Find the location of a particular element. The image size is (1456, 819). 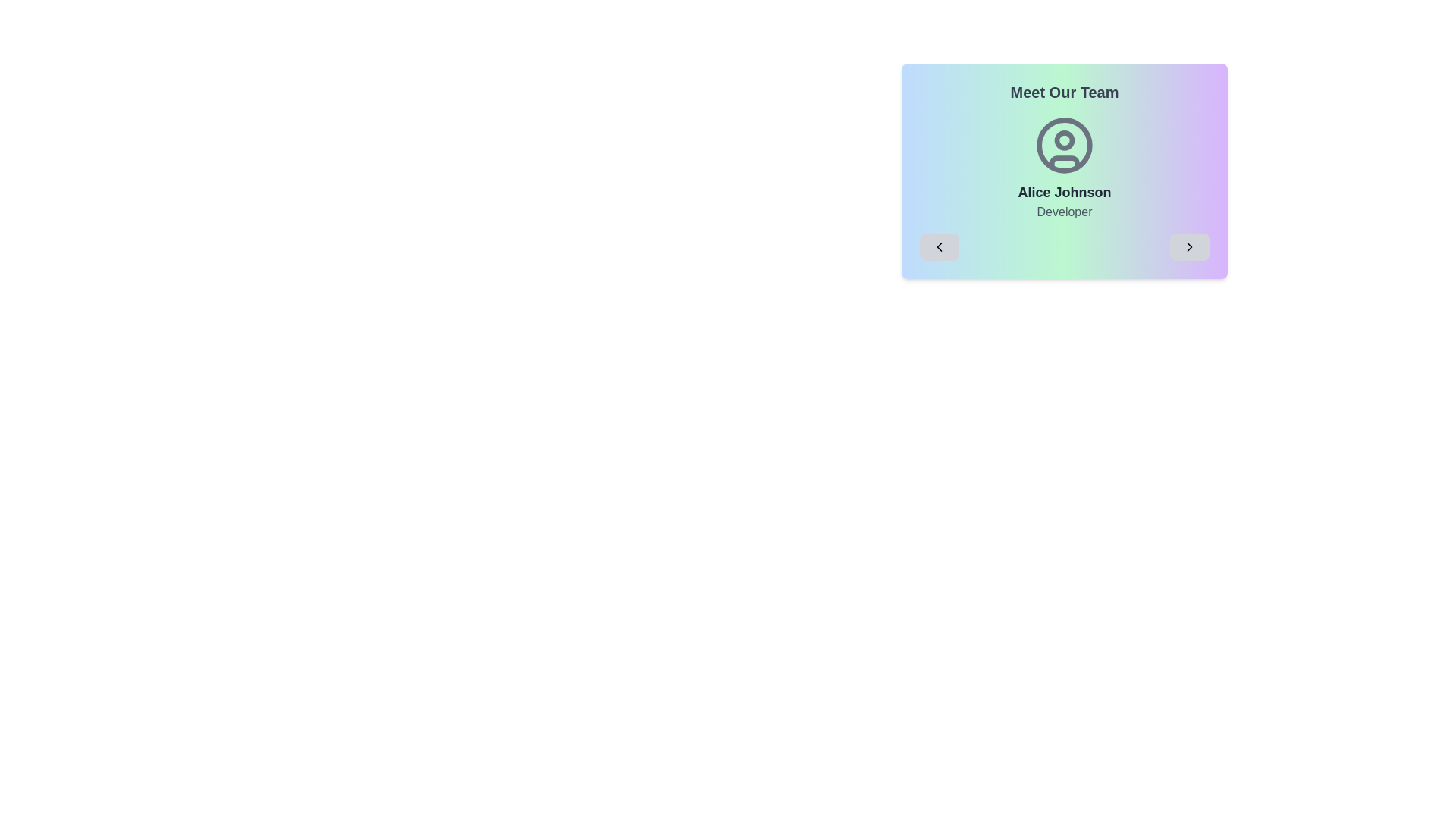

the rightward-pointing chevron icon within the light gray circular button located at the far right of the horizontal card displaying team member information is located at coordinates (1189, 246).